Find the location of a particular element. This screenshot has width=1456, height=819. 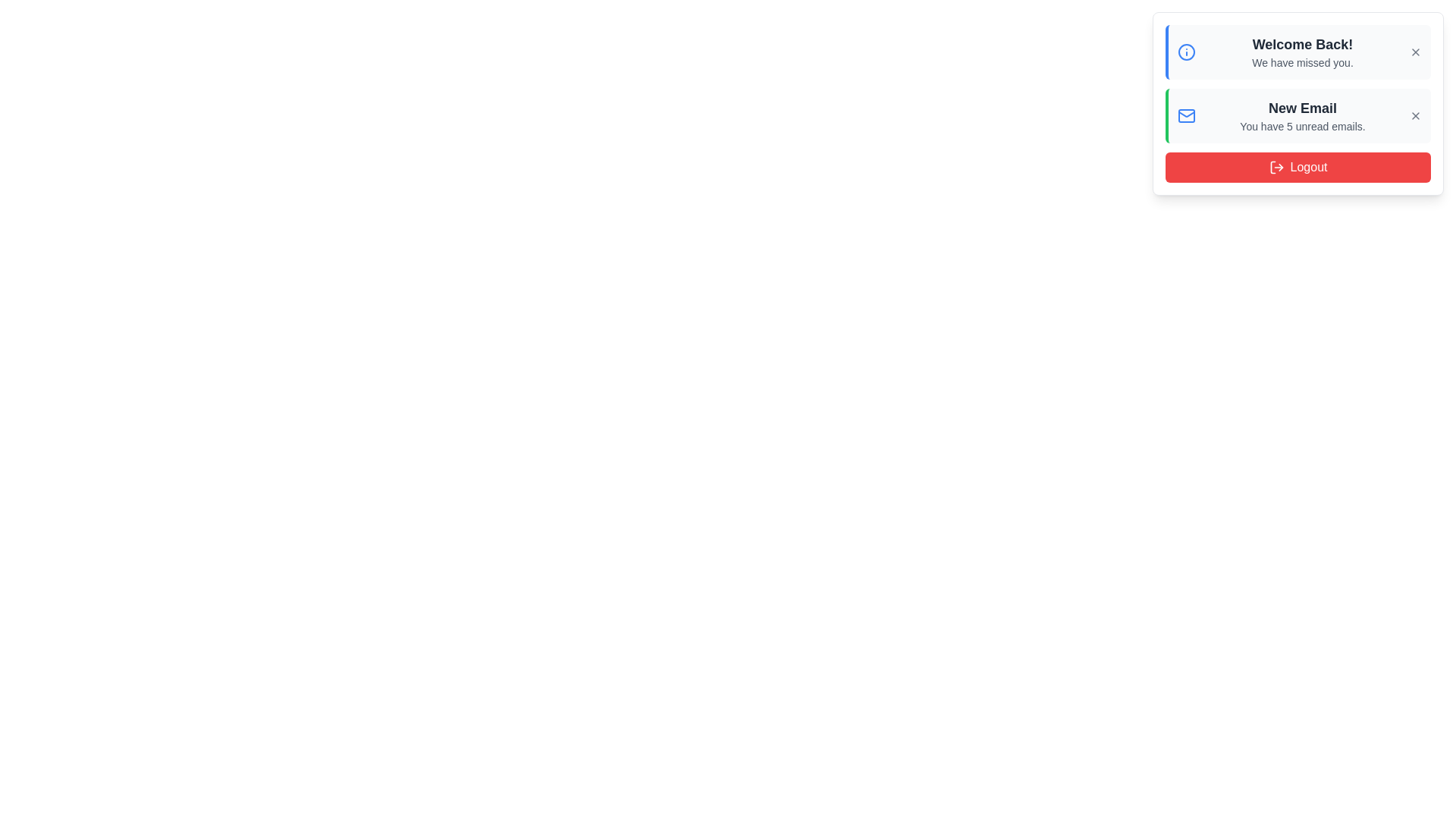

the Notification message box that indicates 'New Email' with the description 'You have 5 unread emails.' is located at coordinates (1298, 115).